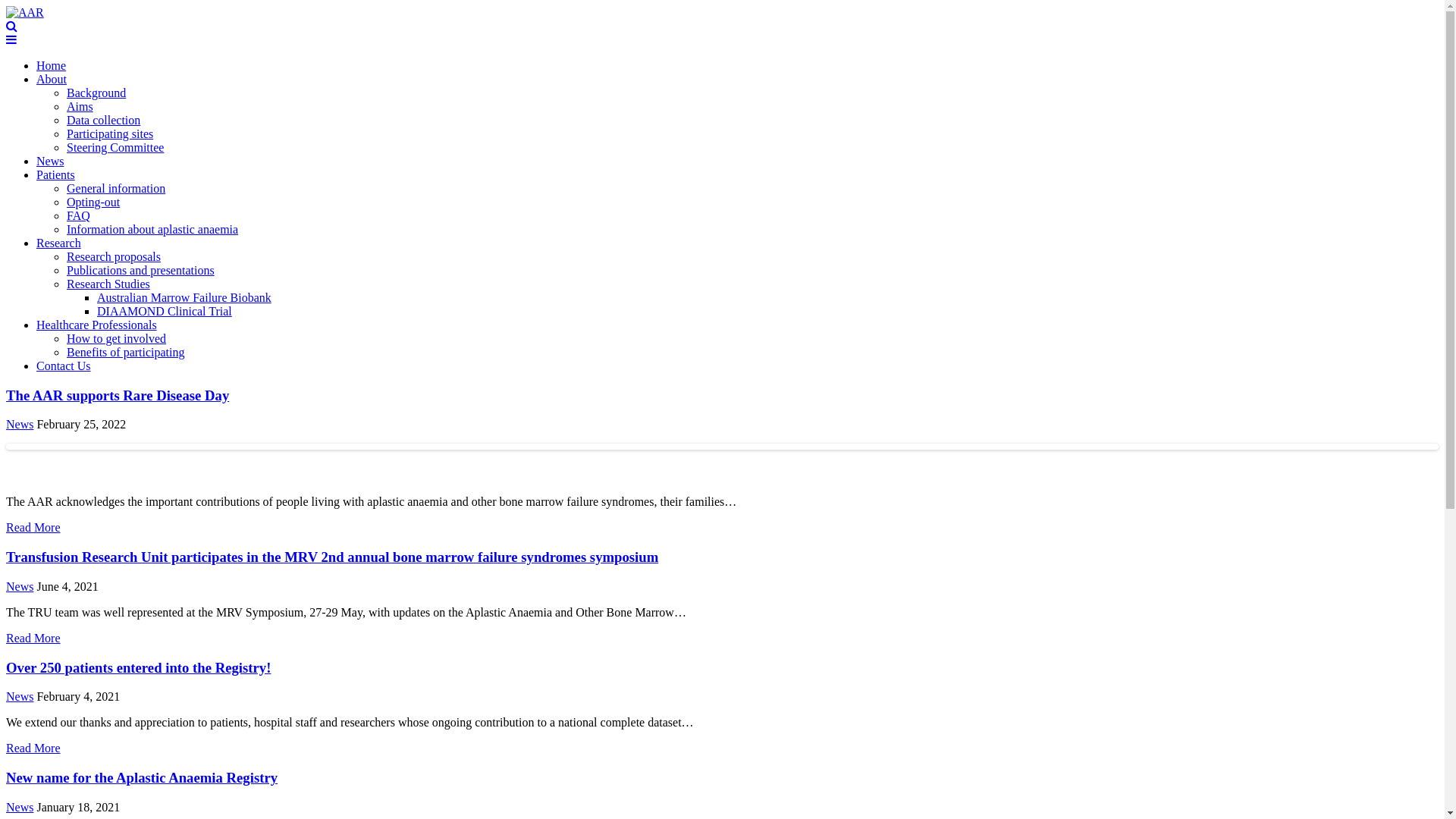  Describe the element at coordinates (36, 64) in the screenshot. I see `'Home'` at that location.